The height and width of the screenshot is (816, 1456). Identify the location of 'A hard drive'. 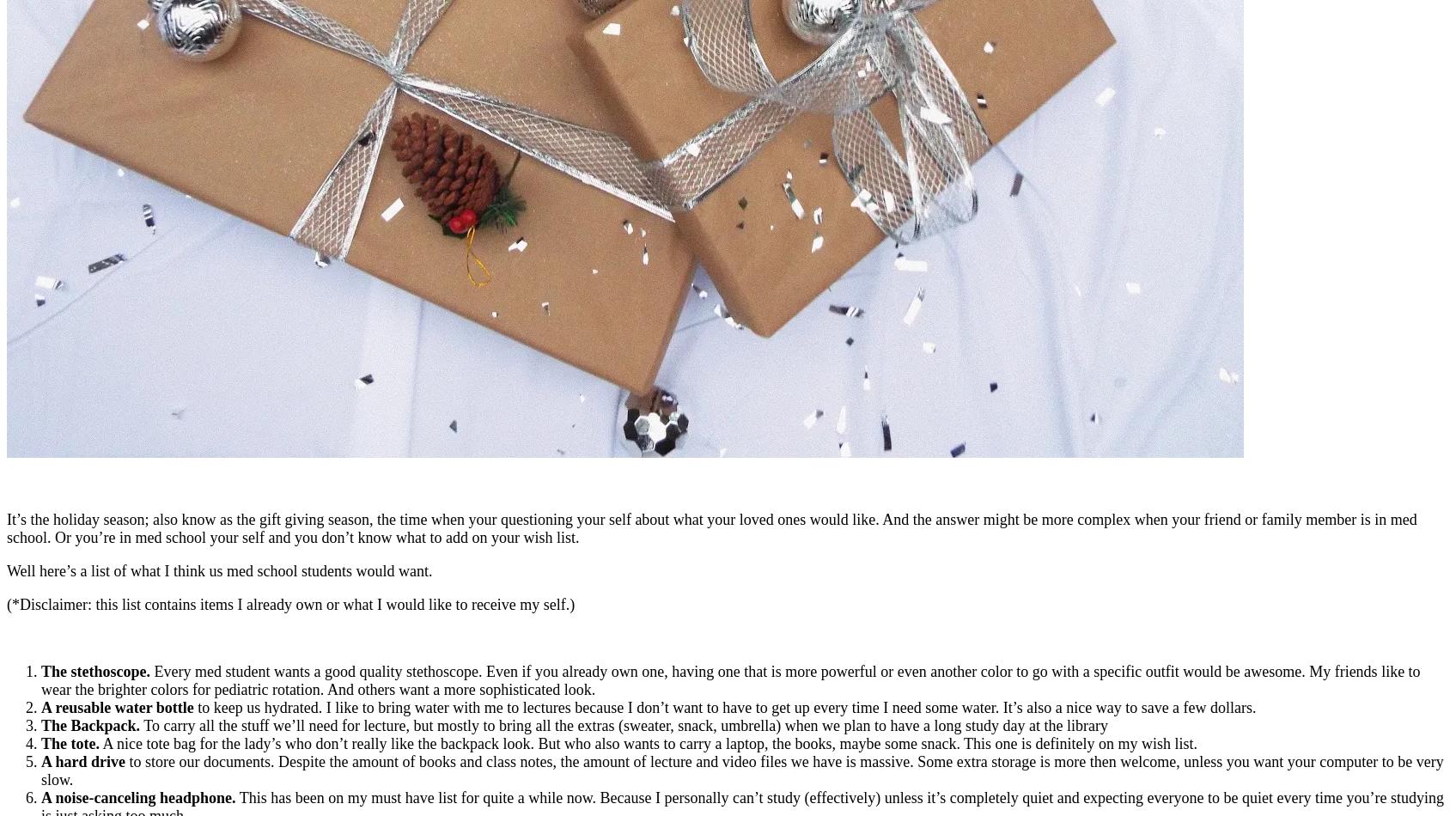
(82, 759).